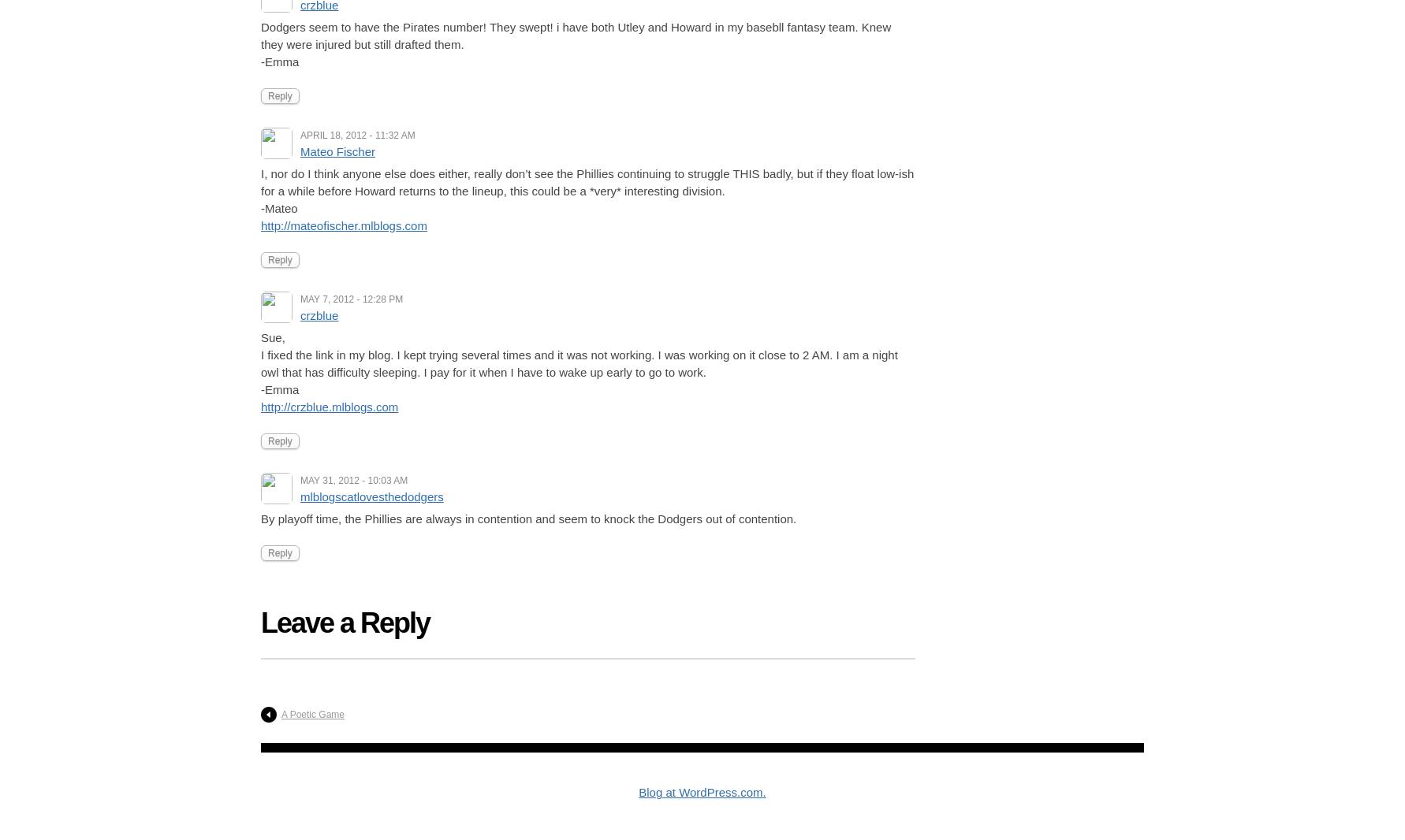 This screenshot has width=1405, height=840. Describe the element at coordinates (352, 299) in the screenshot. I see `'May 7, 2012 - 12:28 pm'` at that location.